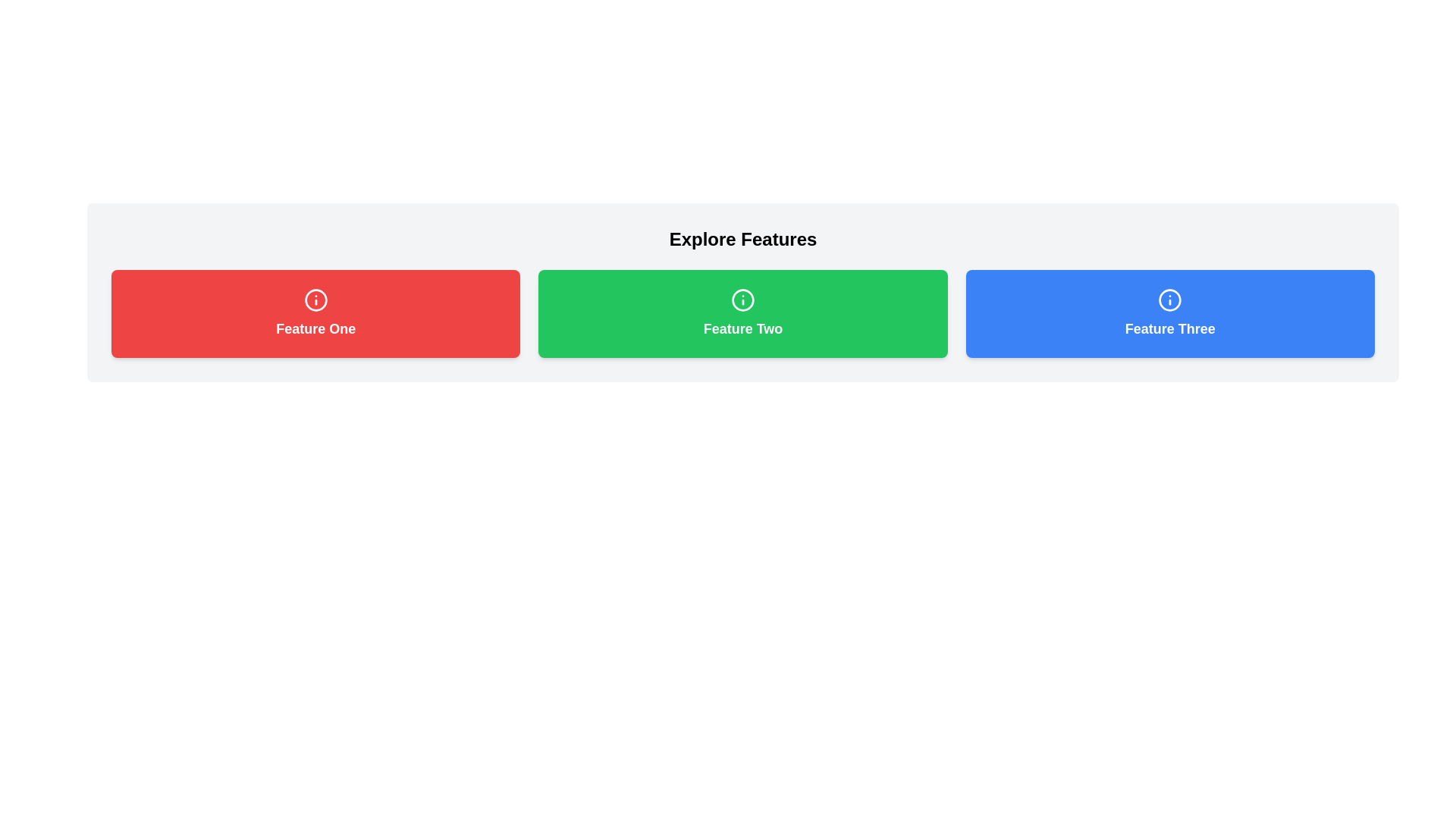 The height and width of the screenshot is (819, 1456). What do you see at coordinates (1169, 312) in the screenshot?
I see `the informational card representing 'Feature Three'` at bounding box center [1169, 312].